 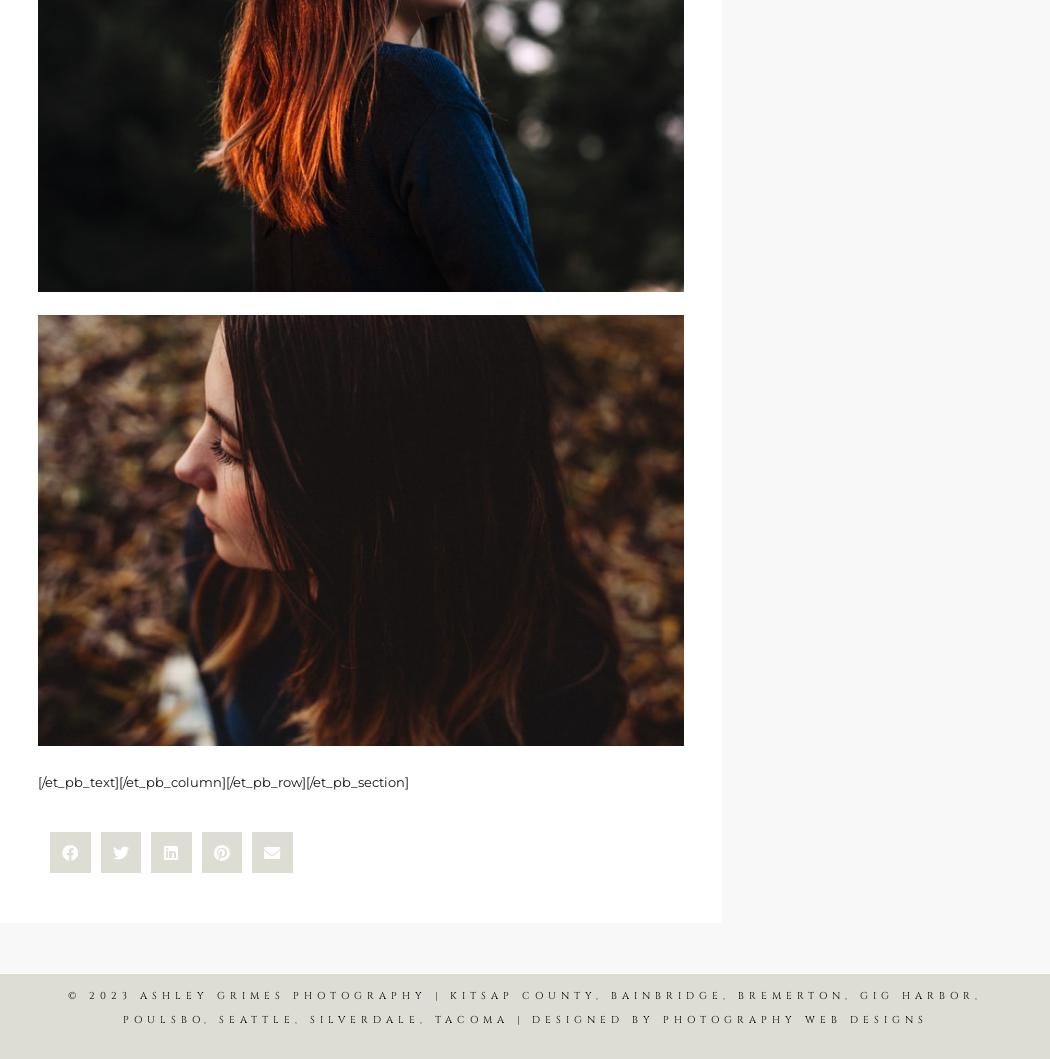 I want to click on 'SEATTLE', so click(x=255, y=1017).